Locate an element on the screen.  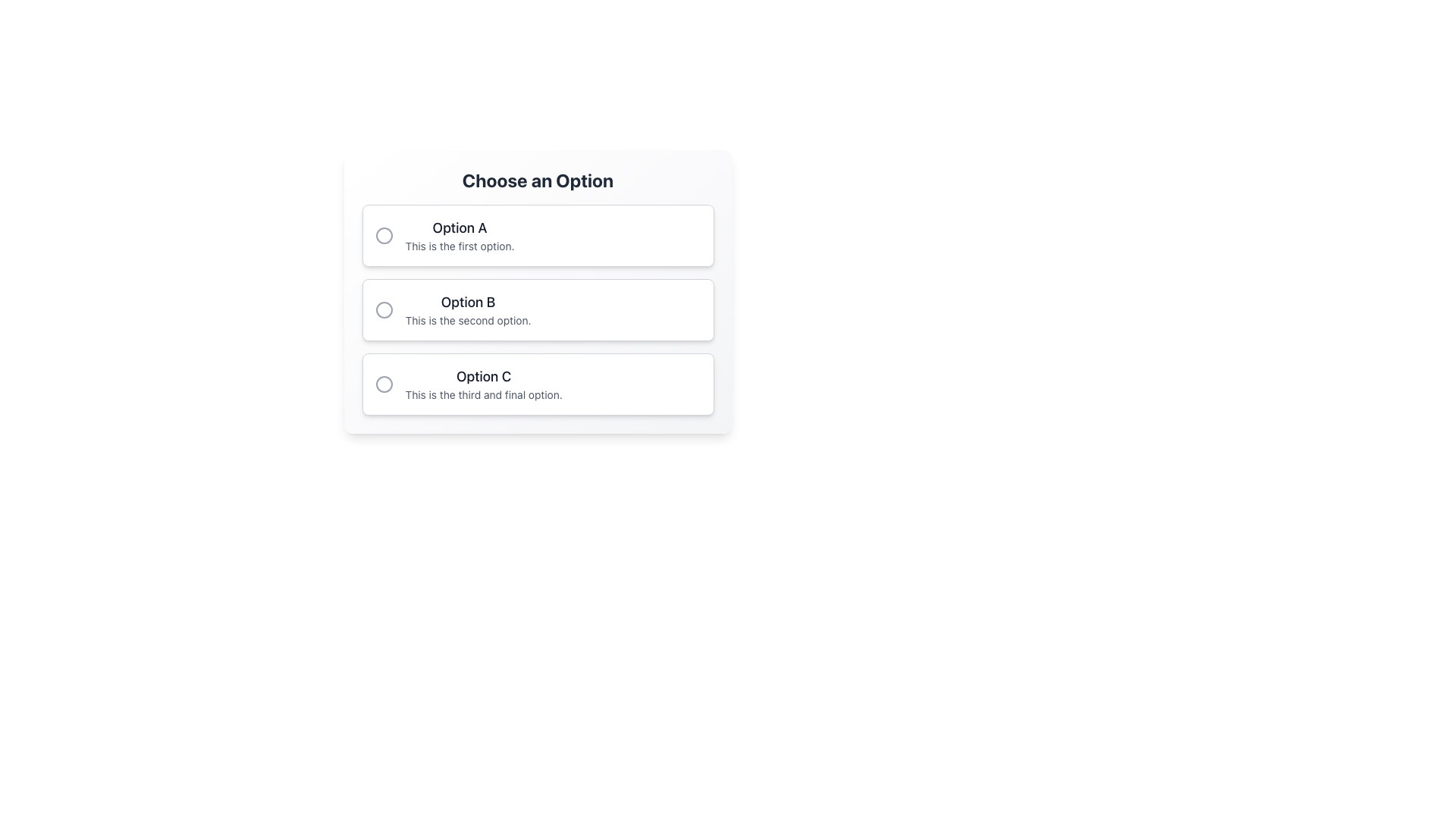
the selectable option row labeled 'Option C', which has a circular icon on the left and a description below it, to trigger hover effects is located at coordinates (538, 383).